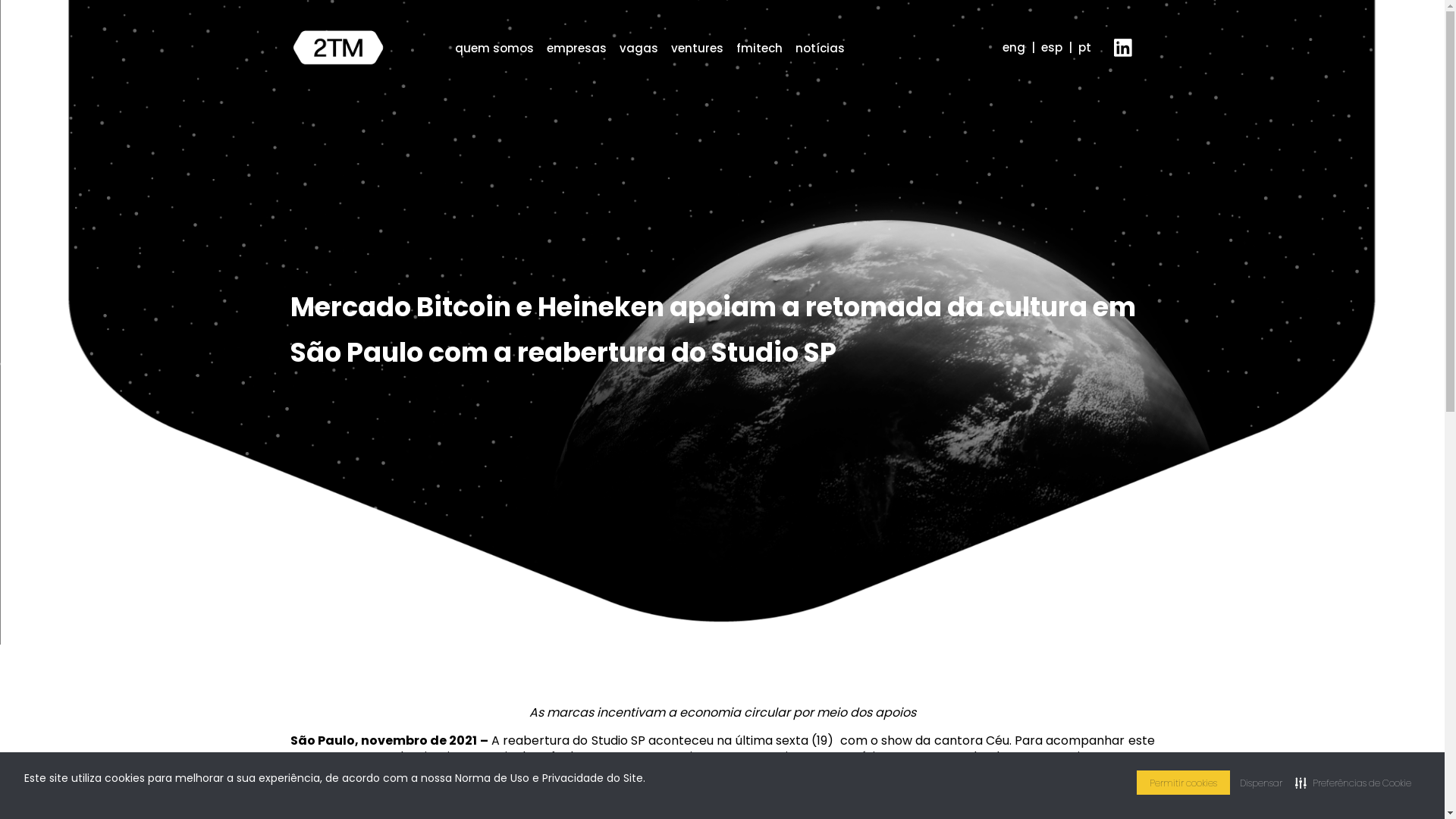 The image size is (1456, 819). I want to click on 'esp', so click(1050, 46).